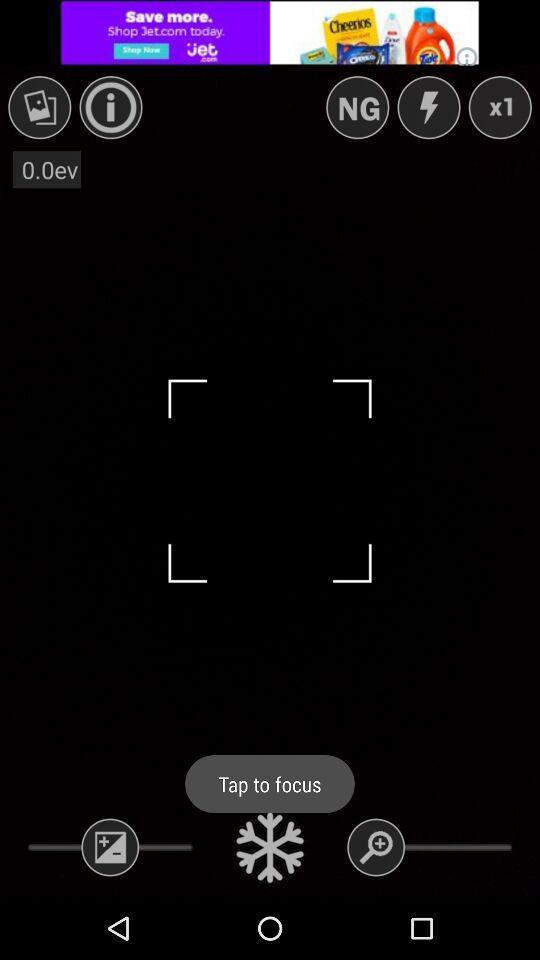 The width and height of the screenshot is (540, 960). I want to click on the swap icon, so click(356, 107).